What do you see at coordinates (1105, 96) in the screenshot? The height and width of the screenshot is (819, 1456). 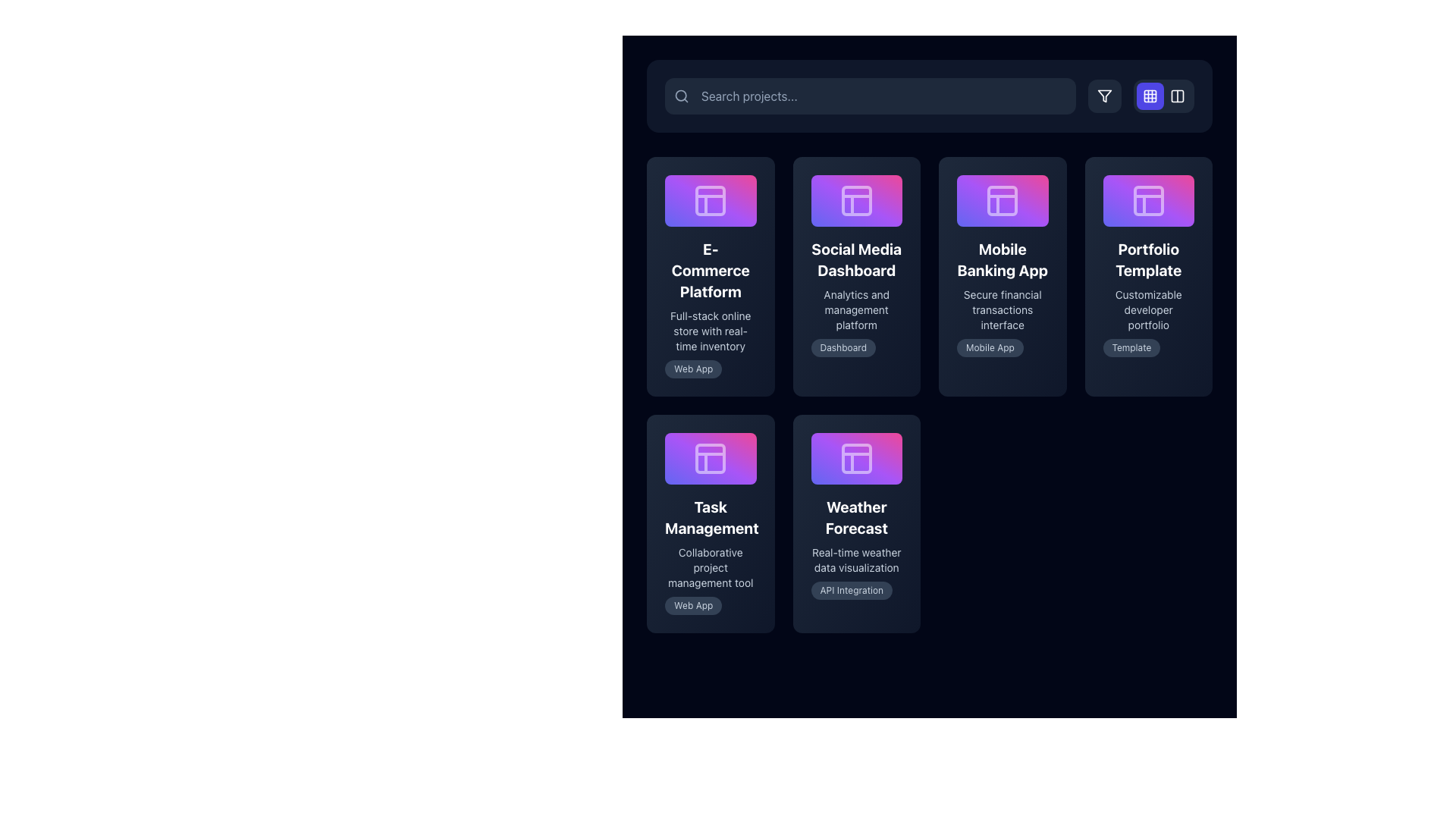 I see `the funnel-shaped icon located` at bounding box center [1105, 96].